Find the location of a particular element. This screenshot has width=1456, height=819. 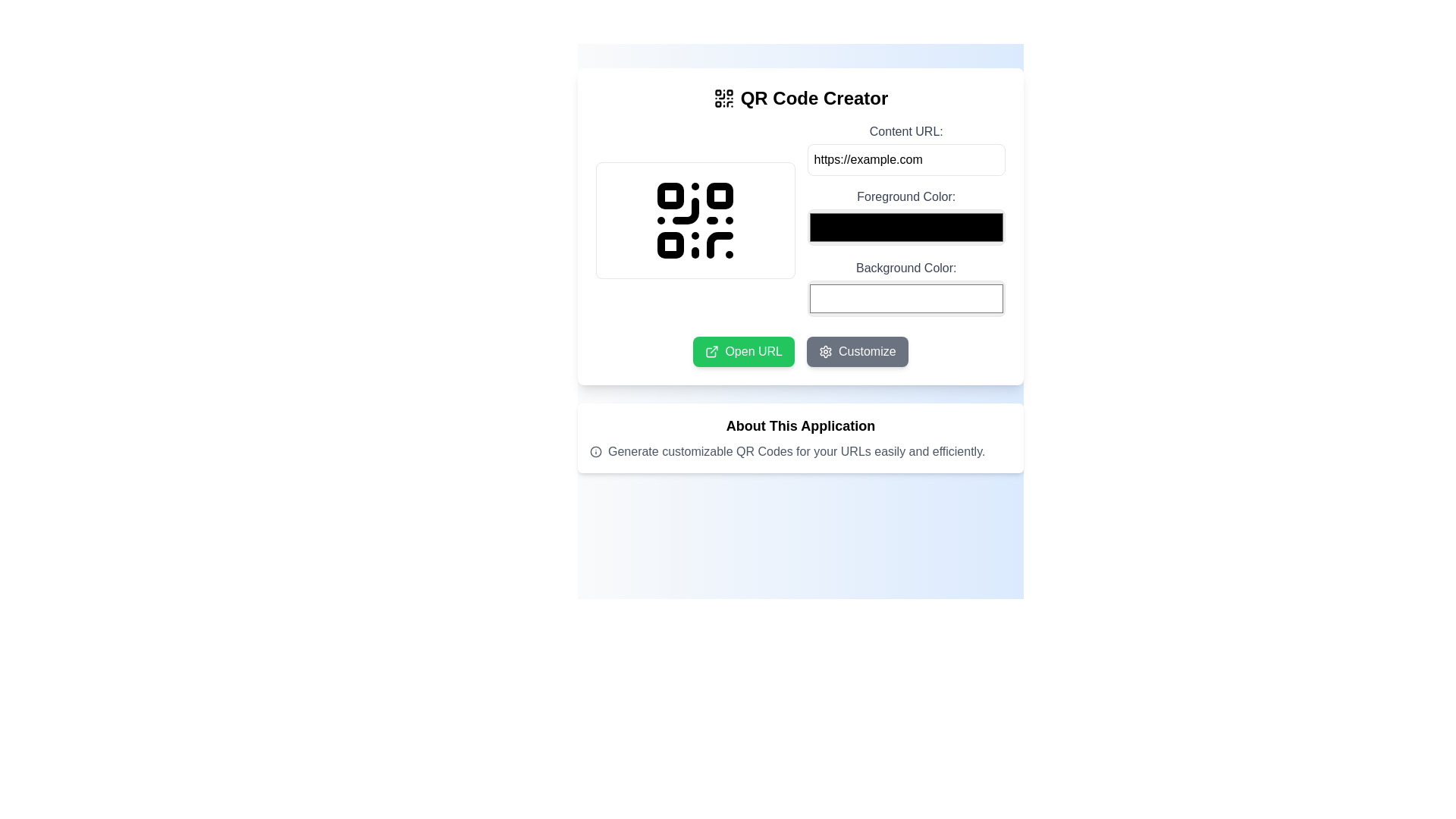

the Text Label that indicates the background color setting, located in the center-right area of the interface is located at coordinates (906, 267).